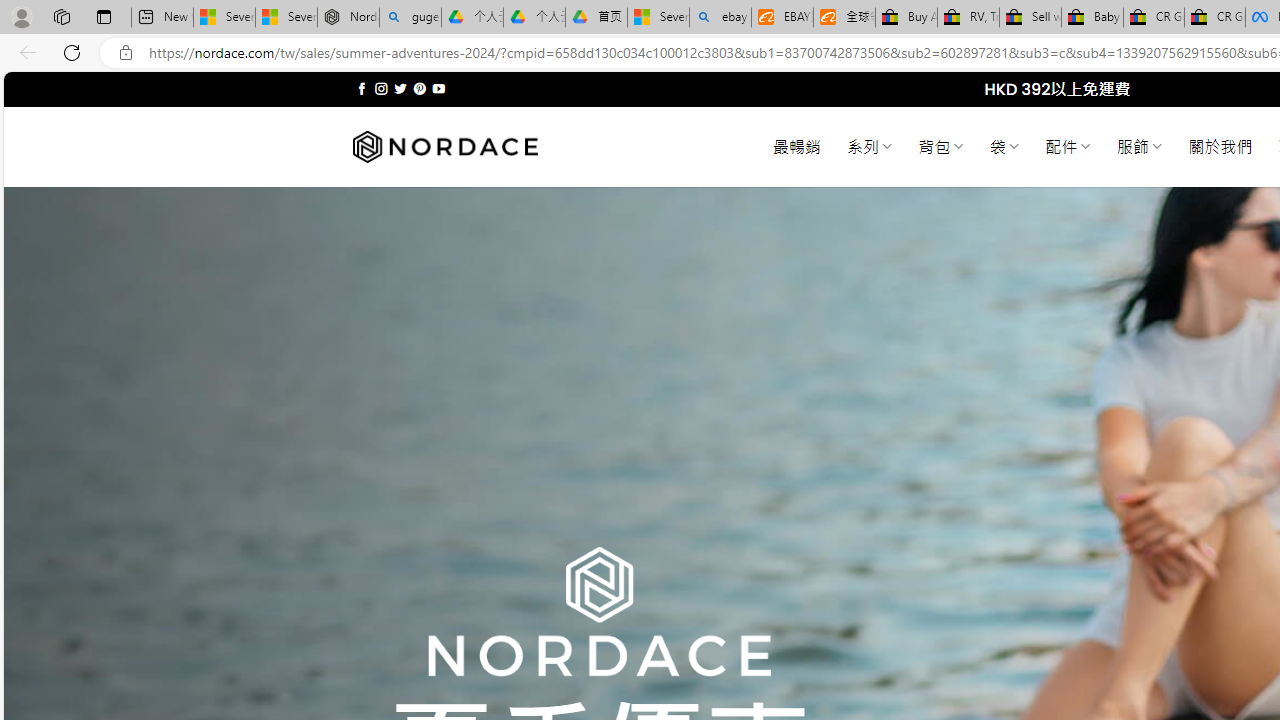 The height and width of the screenshot is (720, 1280). Describe the element at coordinates (409, 17) in the screenshot. I see `'guge yunpan - Search'` at that location.